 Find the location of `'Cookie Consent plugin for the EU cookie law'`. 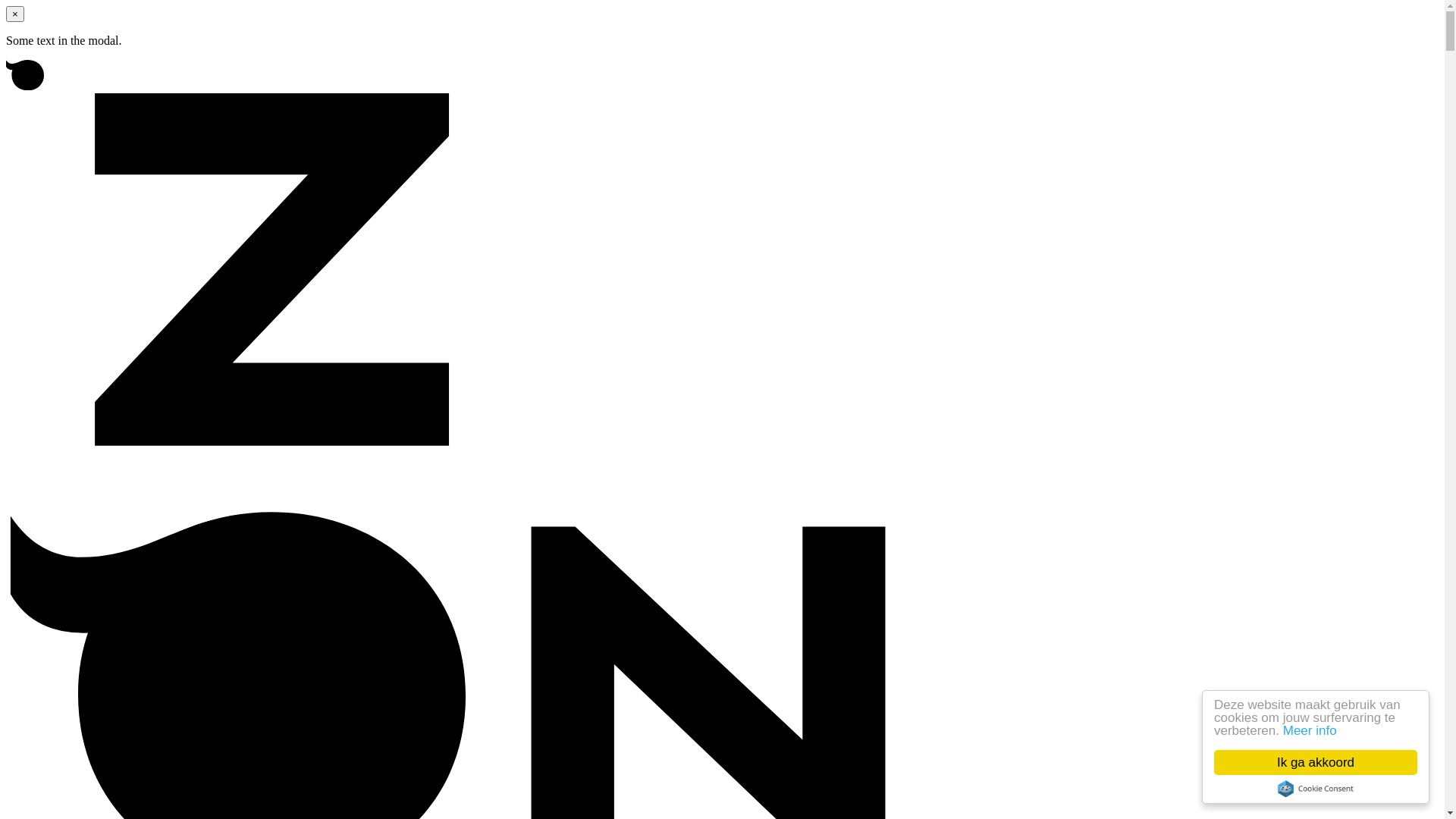

'Cookie Consent plugin for the EU cookie law' is located at coordinates (1314, 788).